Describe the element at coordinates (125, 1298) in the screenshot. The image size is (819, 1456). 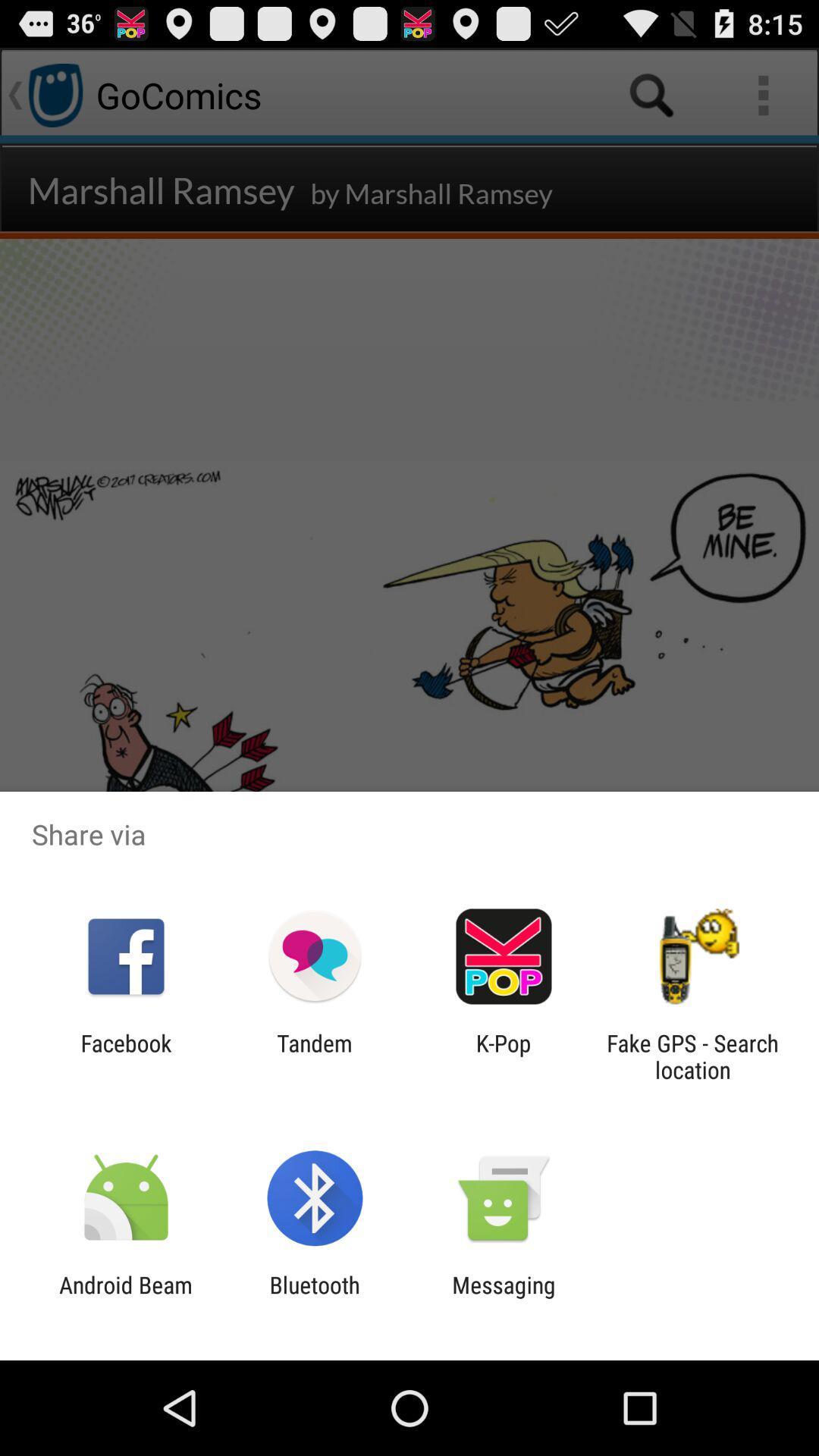
I see `item to the left of bluetooth app` at that location.